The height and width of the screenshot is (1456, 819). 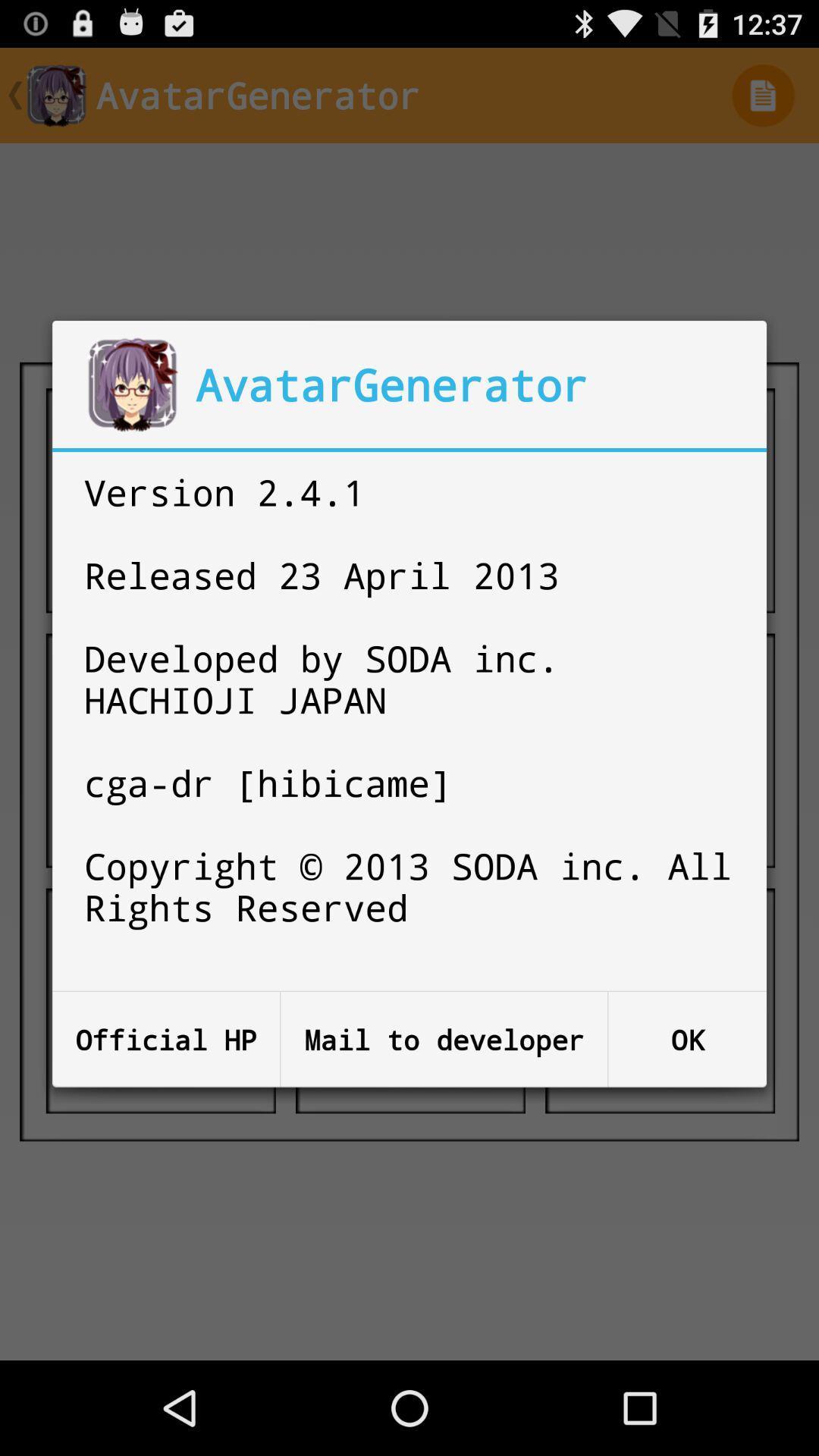 I want to click on the item to the left of the ok, so click(x=444, y=1039).